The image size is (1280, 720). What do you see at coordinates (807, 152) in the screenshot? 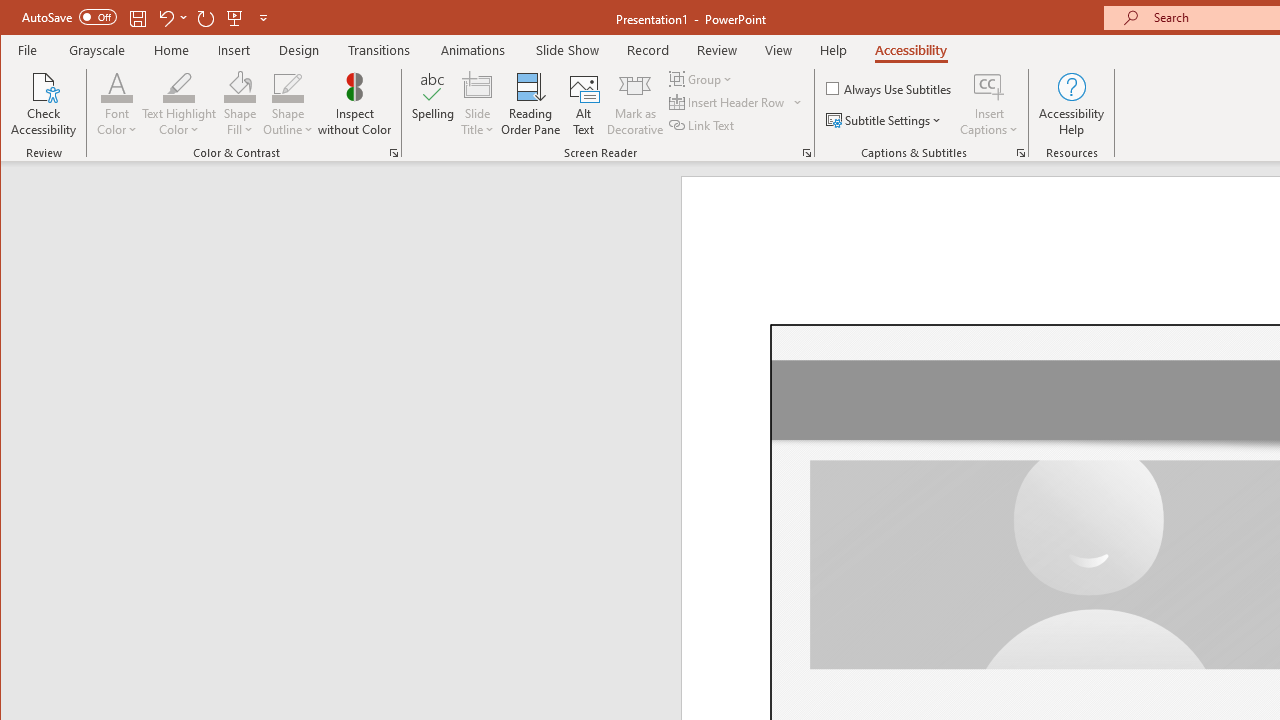
I see `'Screen Reader'` at bounding box center [807, 152].